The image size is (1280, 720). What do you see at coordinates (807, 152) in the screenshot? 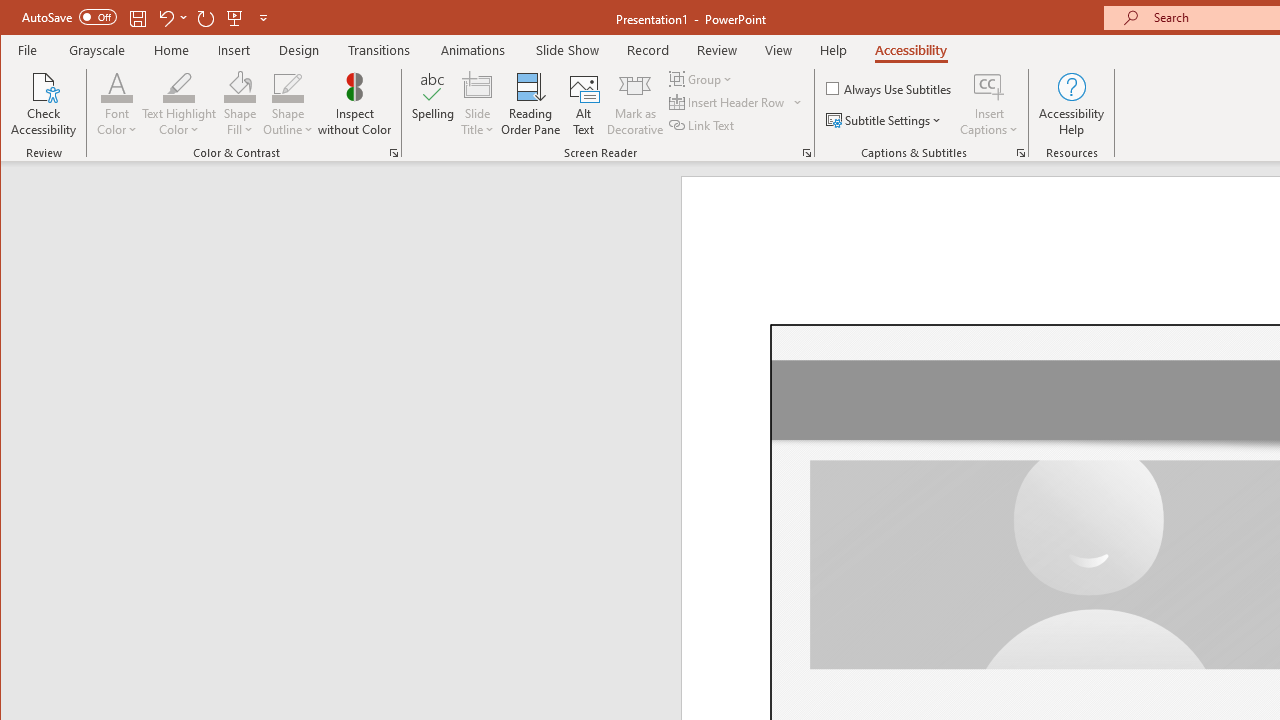
I see `'Screen Reader'` at bounding box center [807, 152].